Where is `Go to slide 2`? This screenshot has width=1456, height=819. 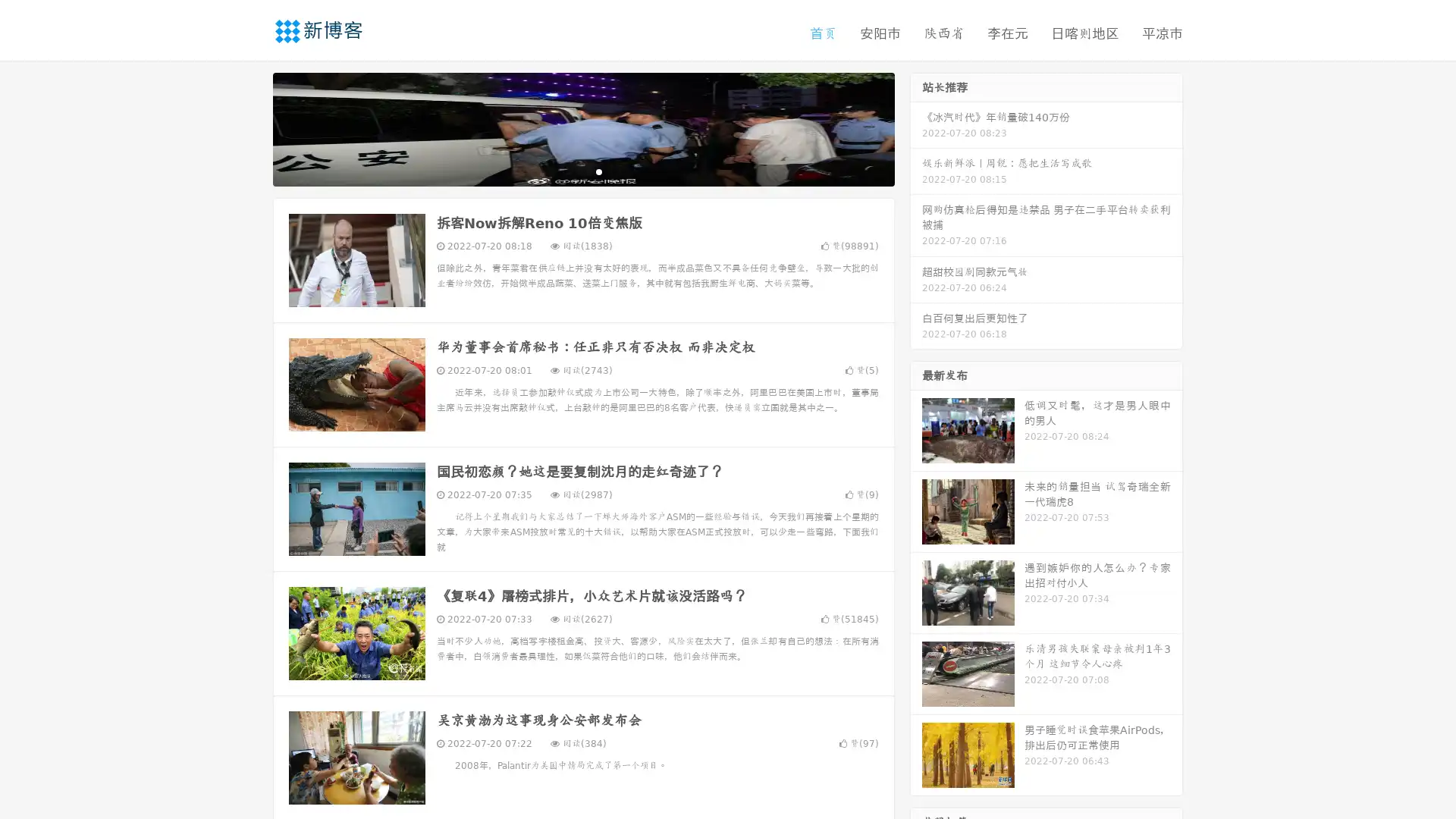 Go to slide 2 is located at coordinates (582, 171).